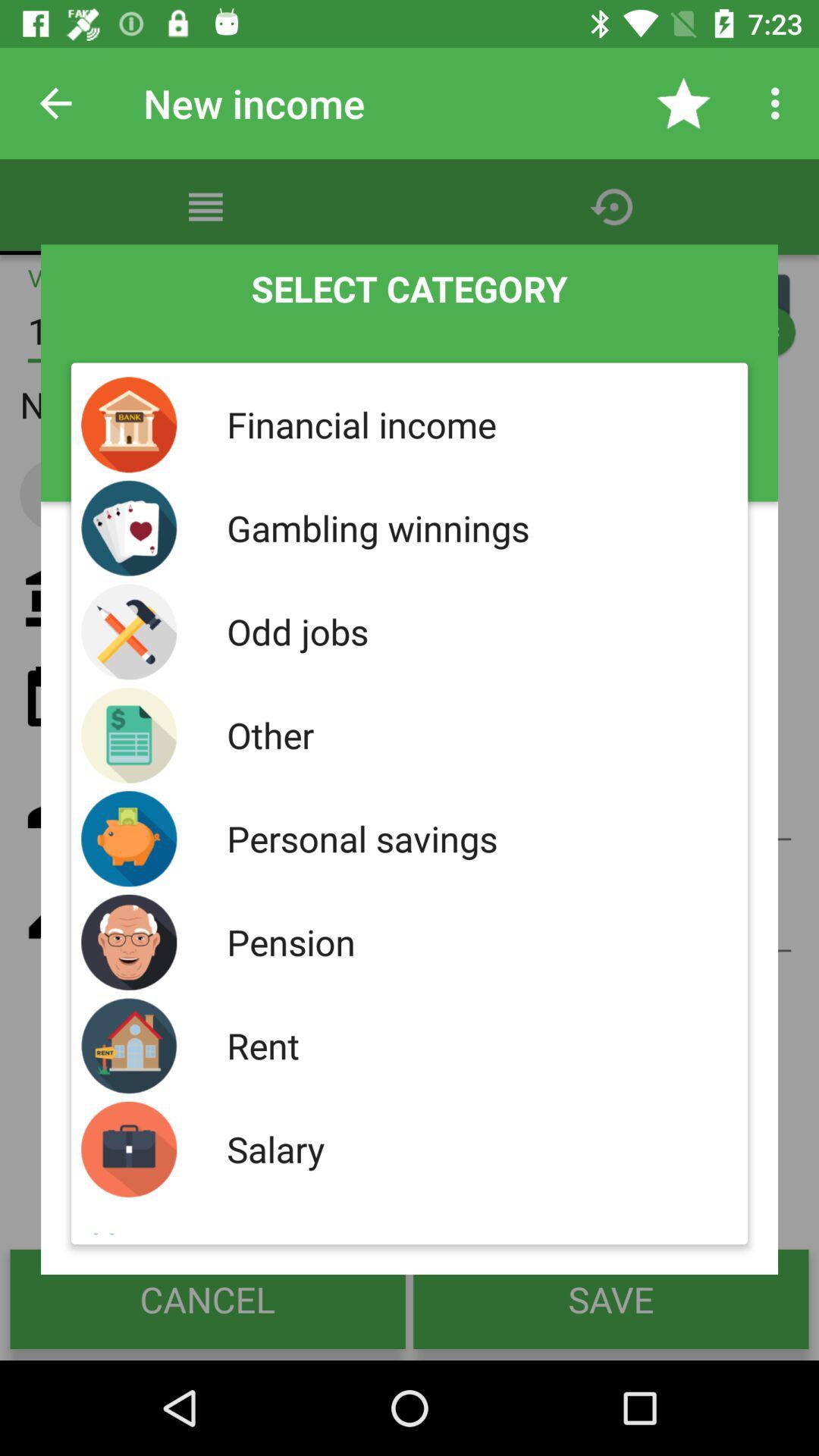 Image resolution: width=819 pixels, height=1456 pixels. What do you see at coordinates (751, 312) in the screenshot?
I see `the avatar icon` at bounding box center [751, 312].